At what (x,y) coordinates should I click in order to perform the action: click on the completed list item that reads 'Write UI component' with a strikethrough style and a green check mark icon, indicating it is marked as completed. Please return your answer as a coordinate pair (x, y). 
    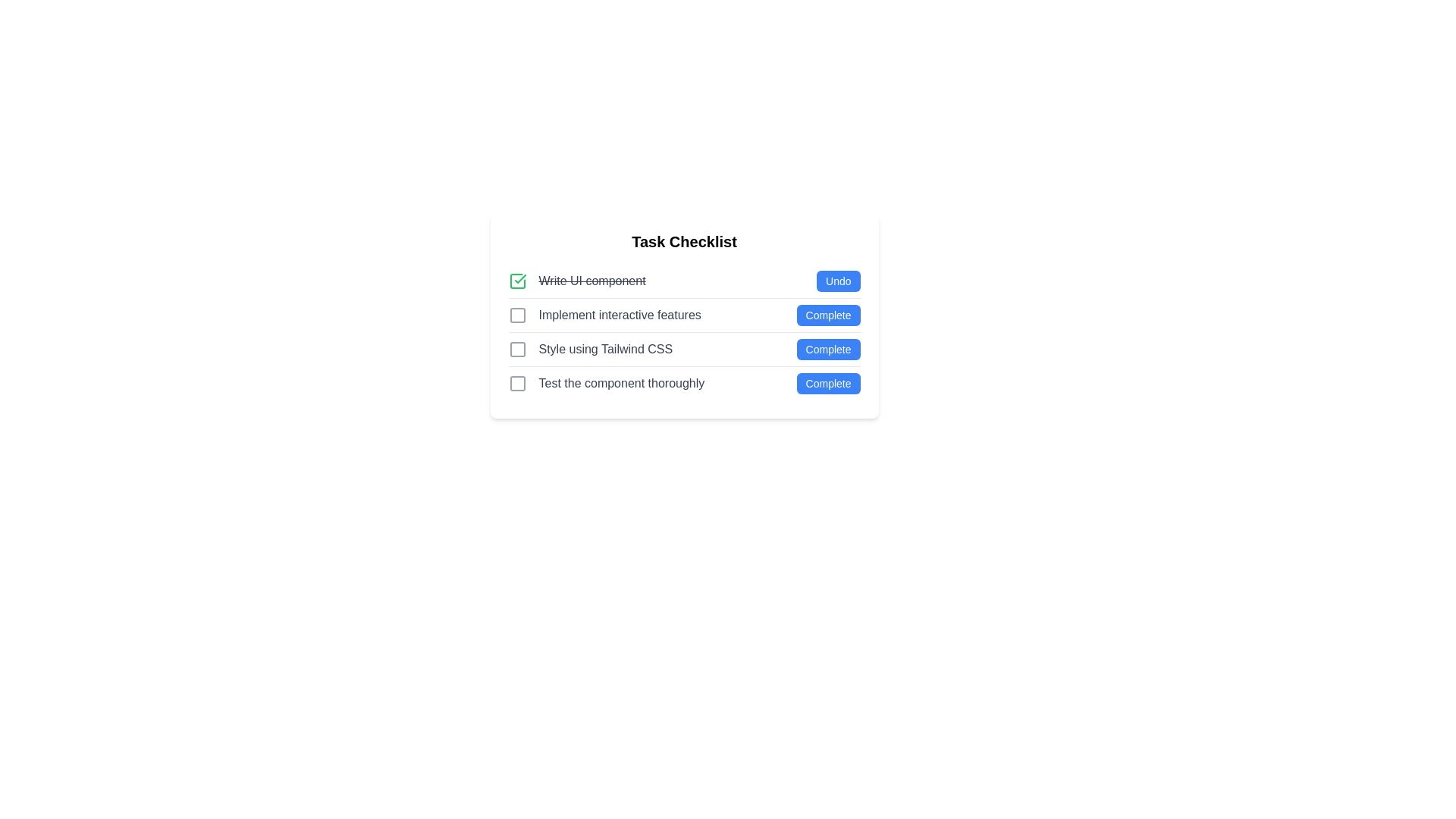
    Looking at the image, I should click on (576, 281).